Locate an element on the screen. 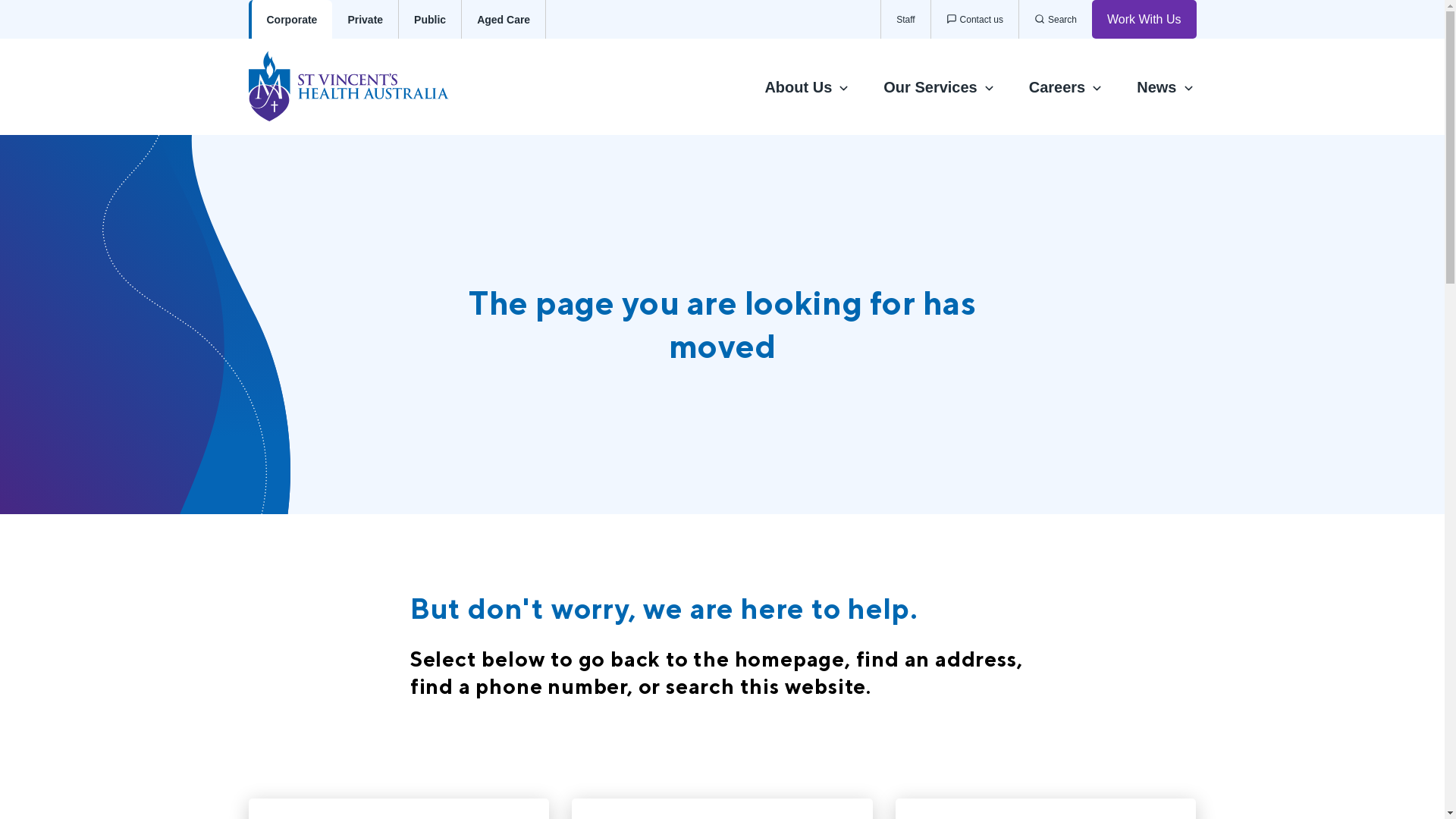 This screenshot has width=1456, height=819. 'Contact us' is located at coordinates (974, 19).